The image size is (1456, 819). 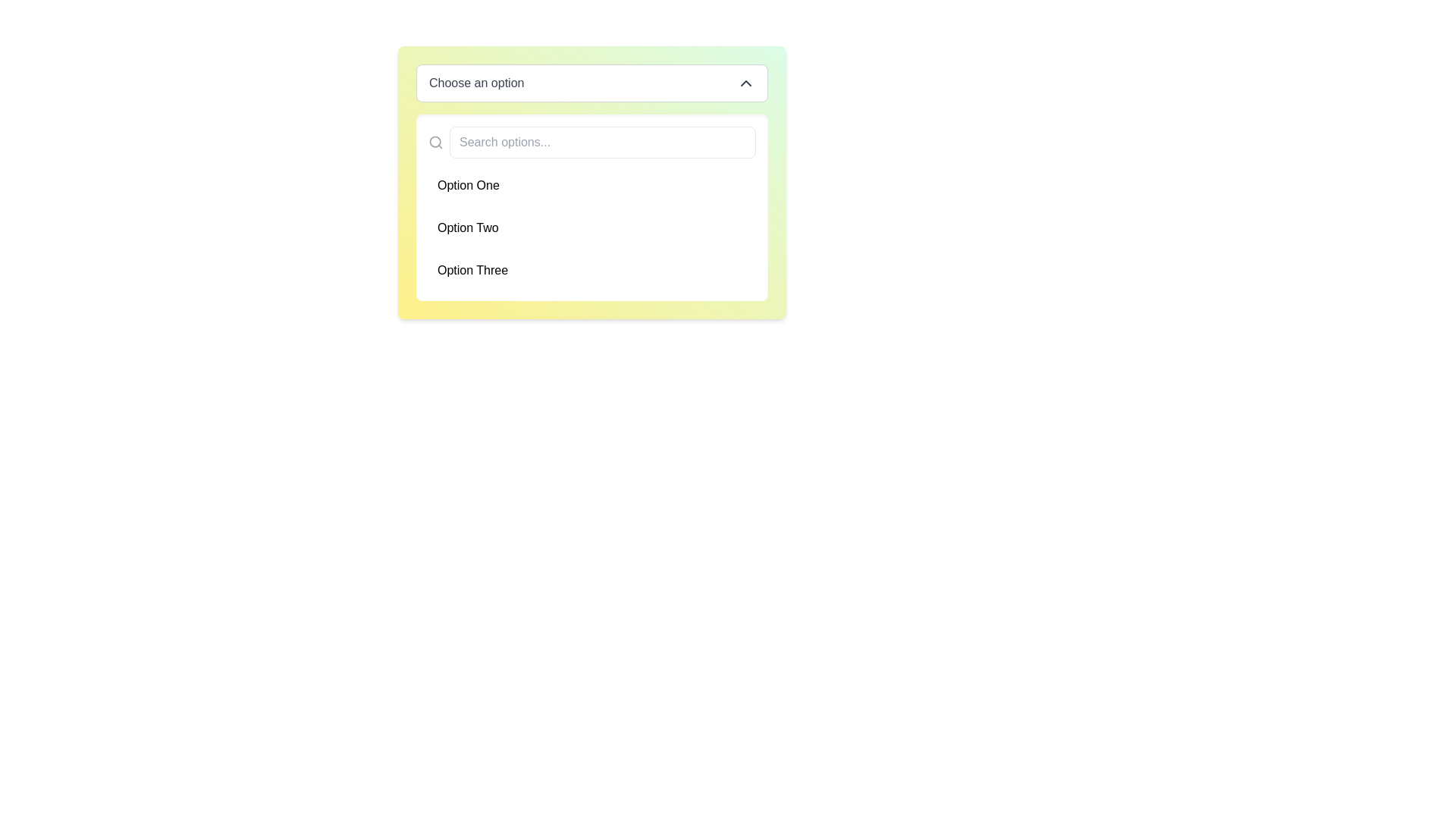 I want to click on the magnifying glass icon, which is styled as an SVG element and located to the far left of the search input box, to interact with it, so click(x=435, y=143).